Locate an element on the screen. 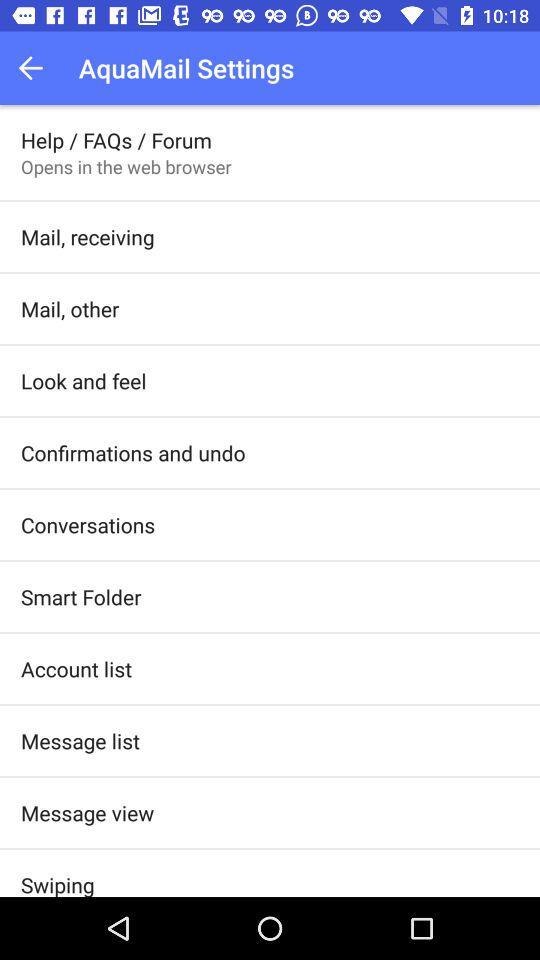 This screenshot has height=960, width=540. the help / faqs / forum is located at coordinates (116, 139).